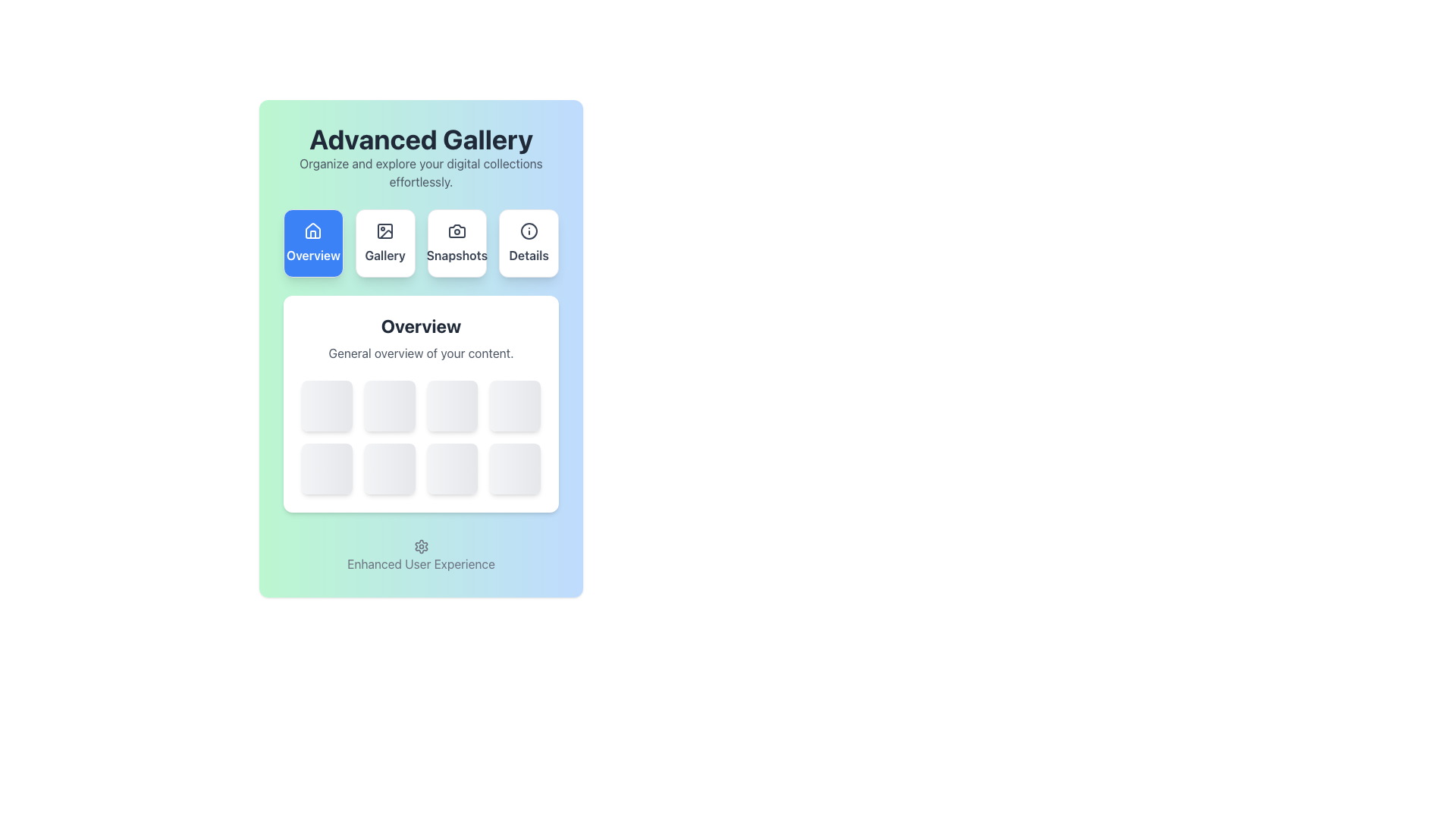 This screenshot has height=819, width=1456. Describe the element at coordinates (456, 231) in the screenshot. I see `the 'Snapshots' button icon located in the third position of the horizontal navigation bar below the 'Advanced Gallery' title` at that location.